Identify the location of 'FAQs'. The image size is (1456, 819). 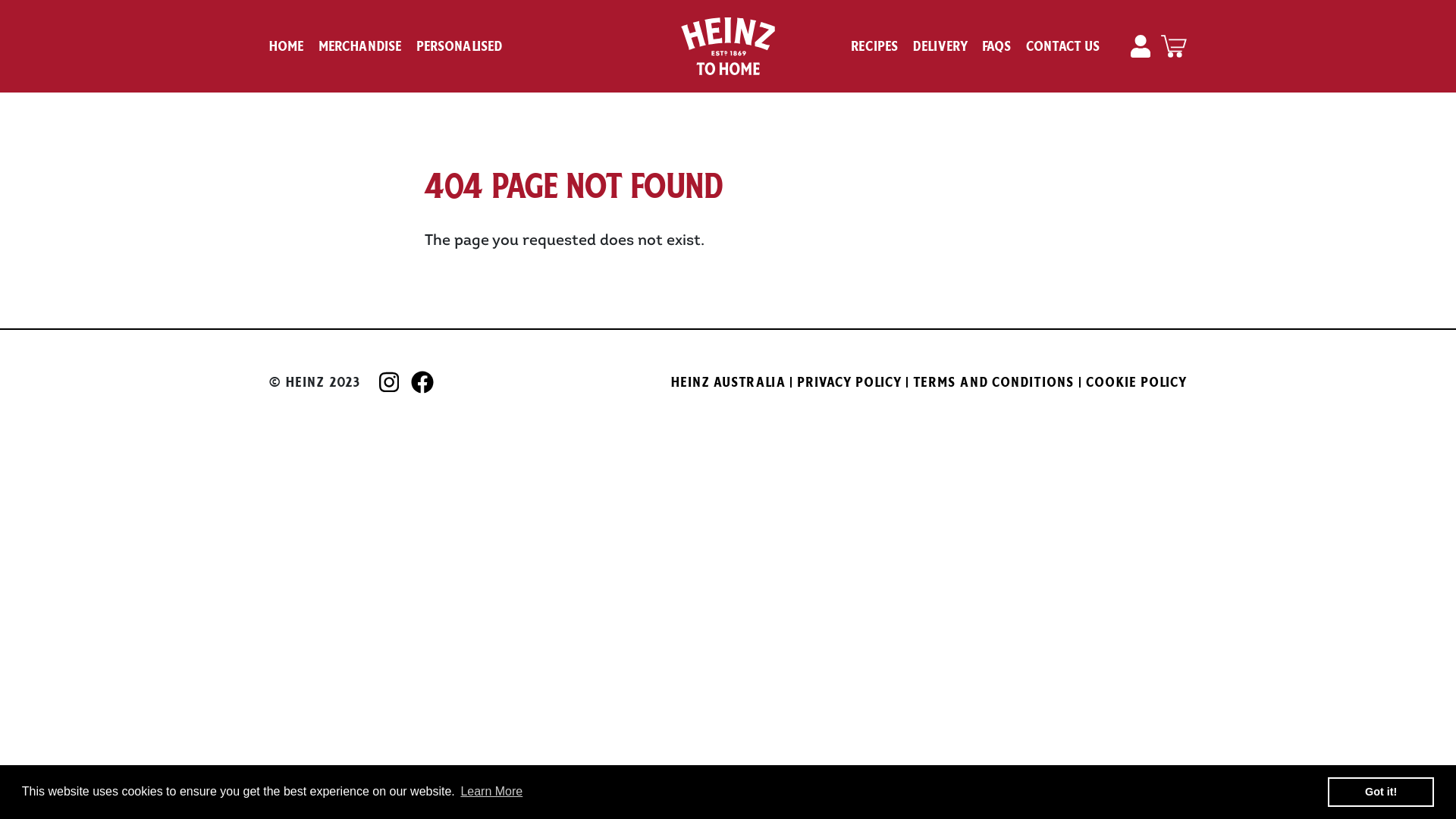
(983, 45).